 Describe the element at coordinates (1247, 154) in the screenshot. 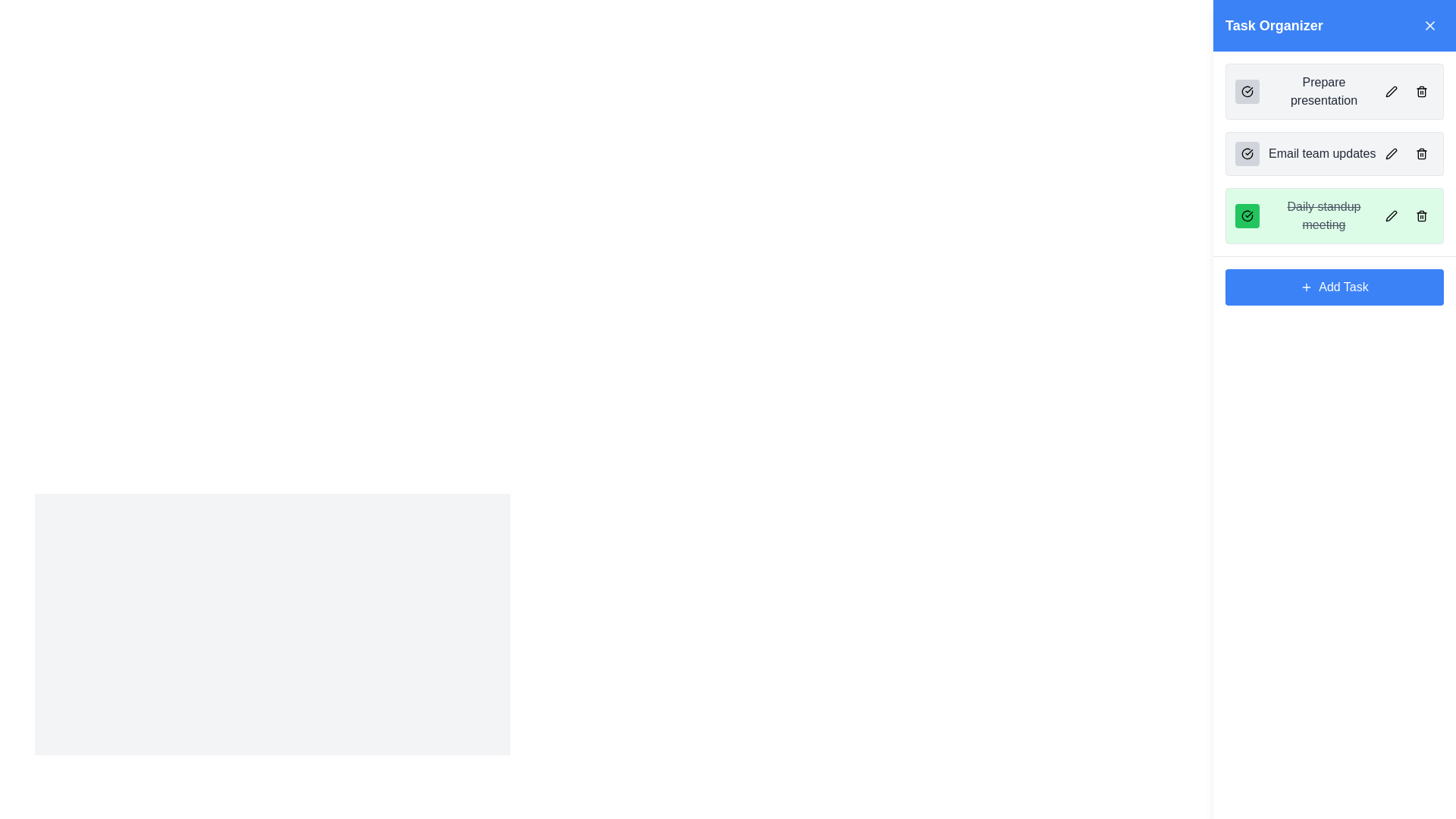

I see `the circular checkmark icon indicating the completion status of the task 'Email team updates' in the 'Task Organizer' panel` at that location.